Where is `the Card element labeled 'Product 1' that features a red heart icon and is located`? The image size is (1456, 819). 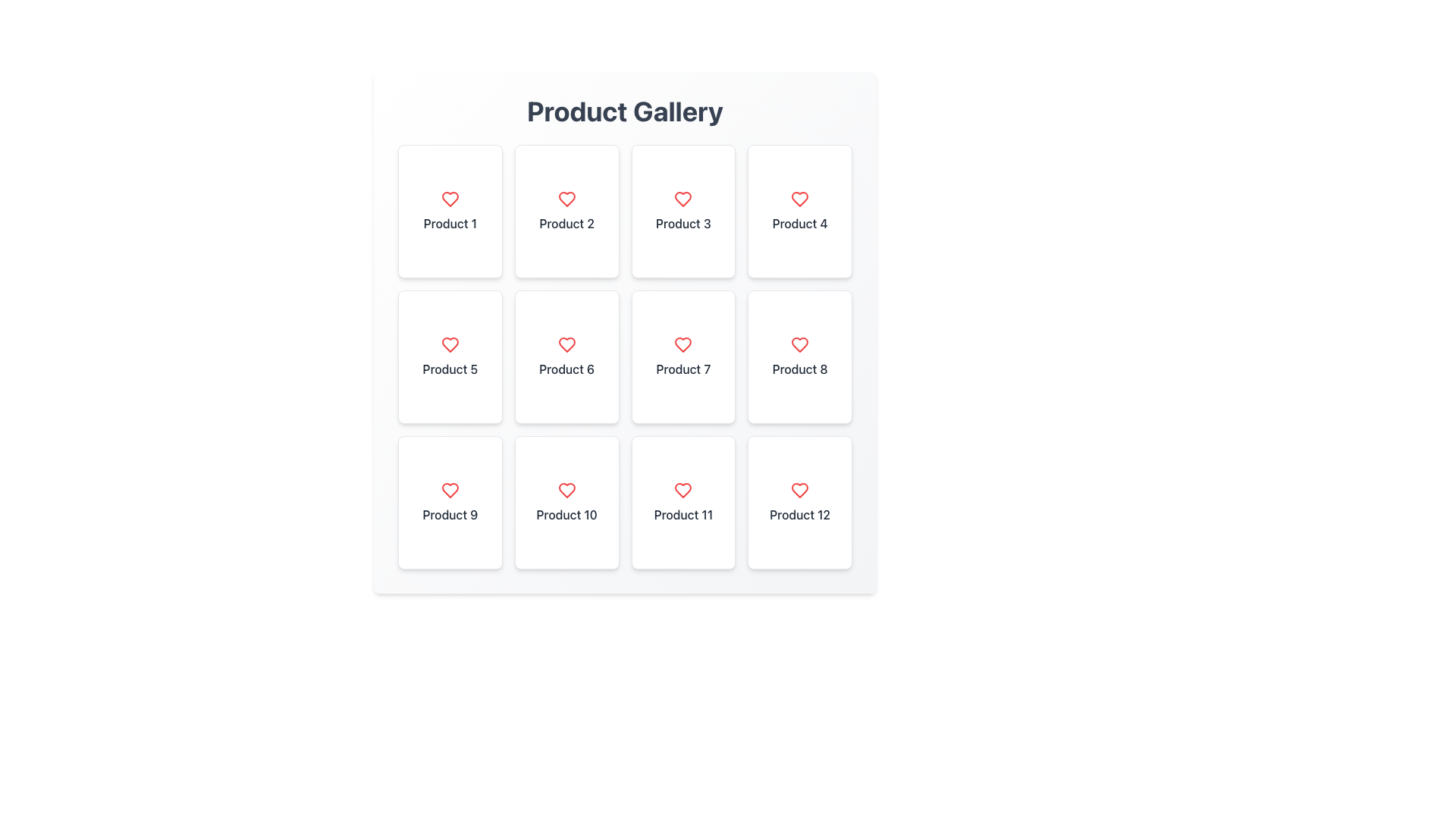
the Card element labeled 'Product 1' that features a red heart icon and is located is located at coordinates (449, 211).